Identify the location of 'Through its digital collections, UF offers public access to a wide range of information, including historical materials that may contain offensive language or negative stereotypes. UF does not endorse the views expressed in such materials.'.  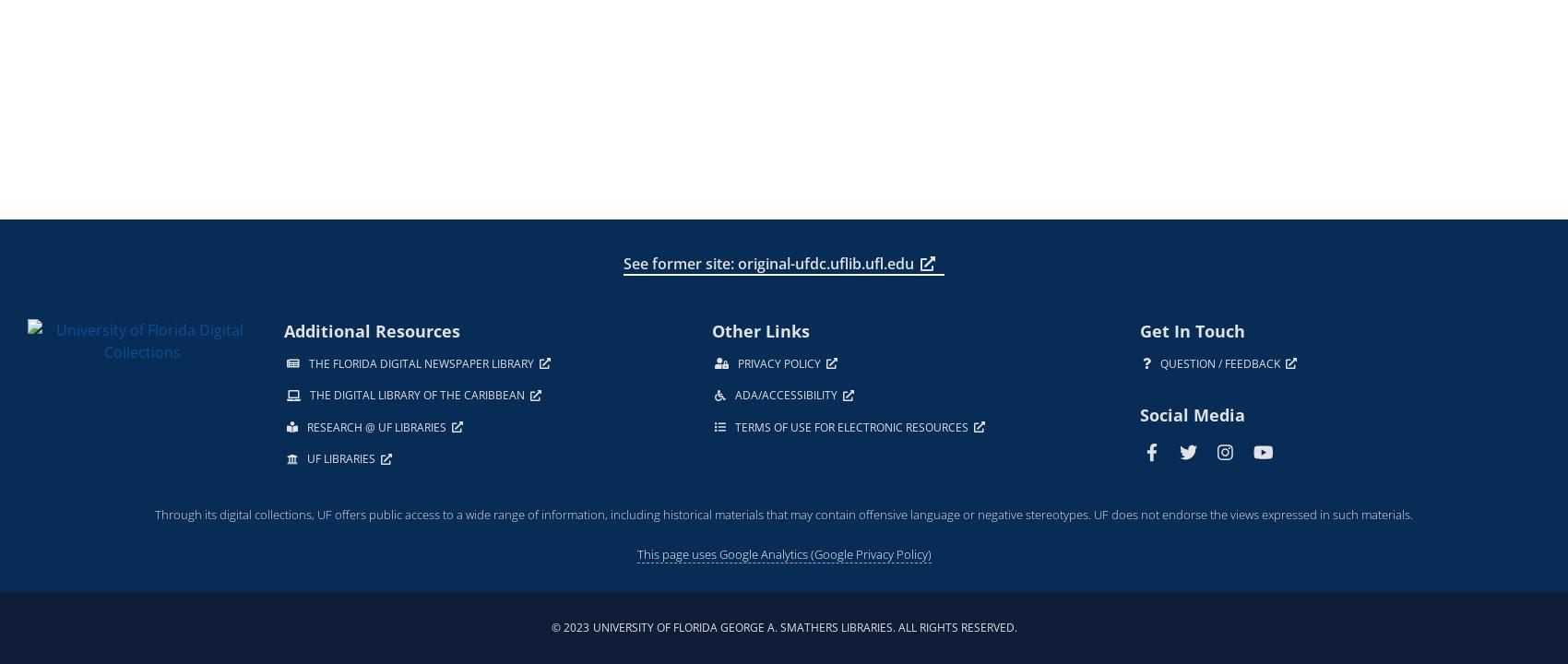
(784, 513).